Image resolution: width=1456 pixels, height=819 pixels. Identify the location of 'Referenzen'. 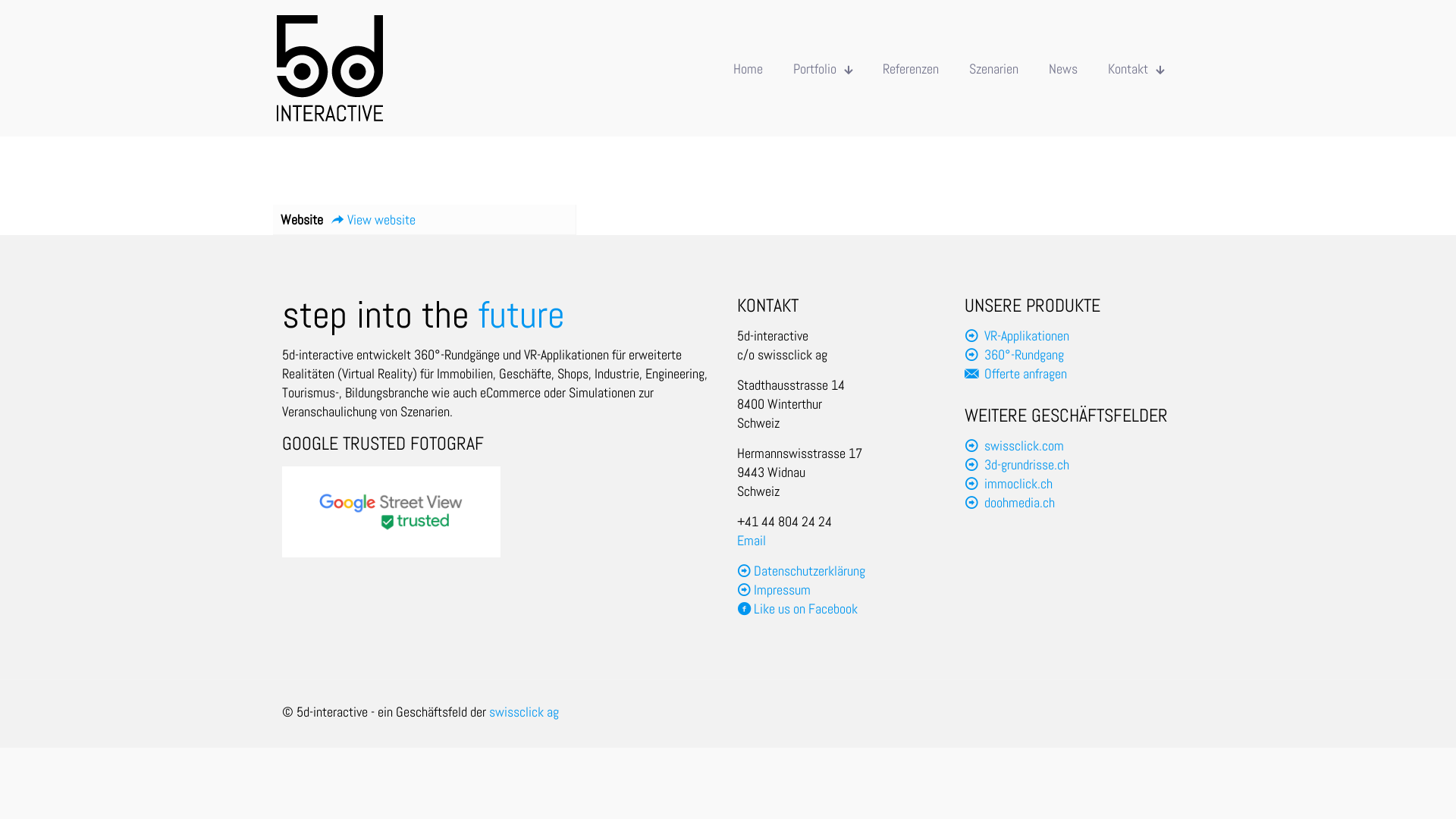
(910, 67).